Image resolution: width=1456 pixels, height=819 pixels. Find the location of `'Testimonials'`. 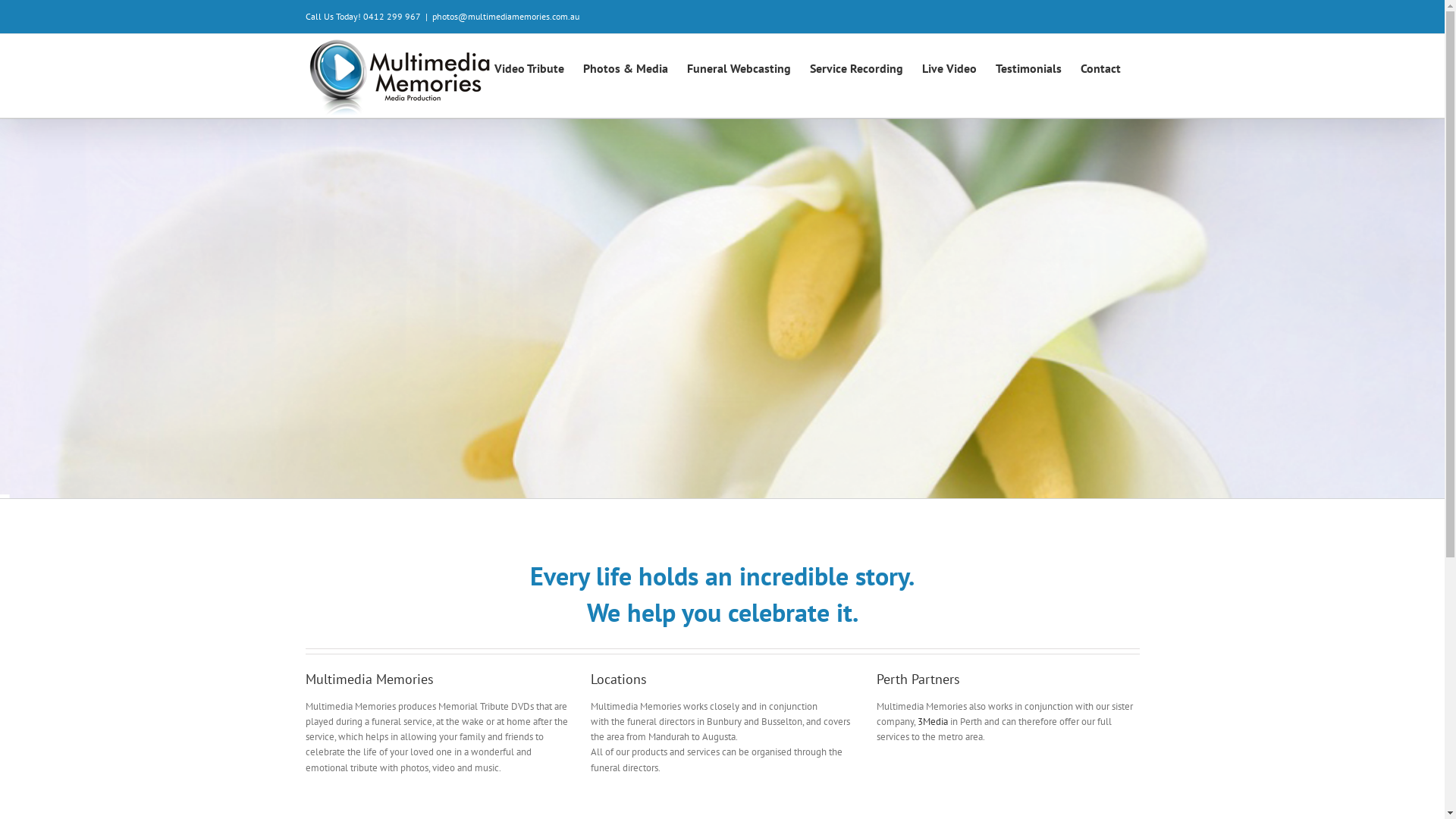

'Testimonials' is located at coordinates (1028, 66).